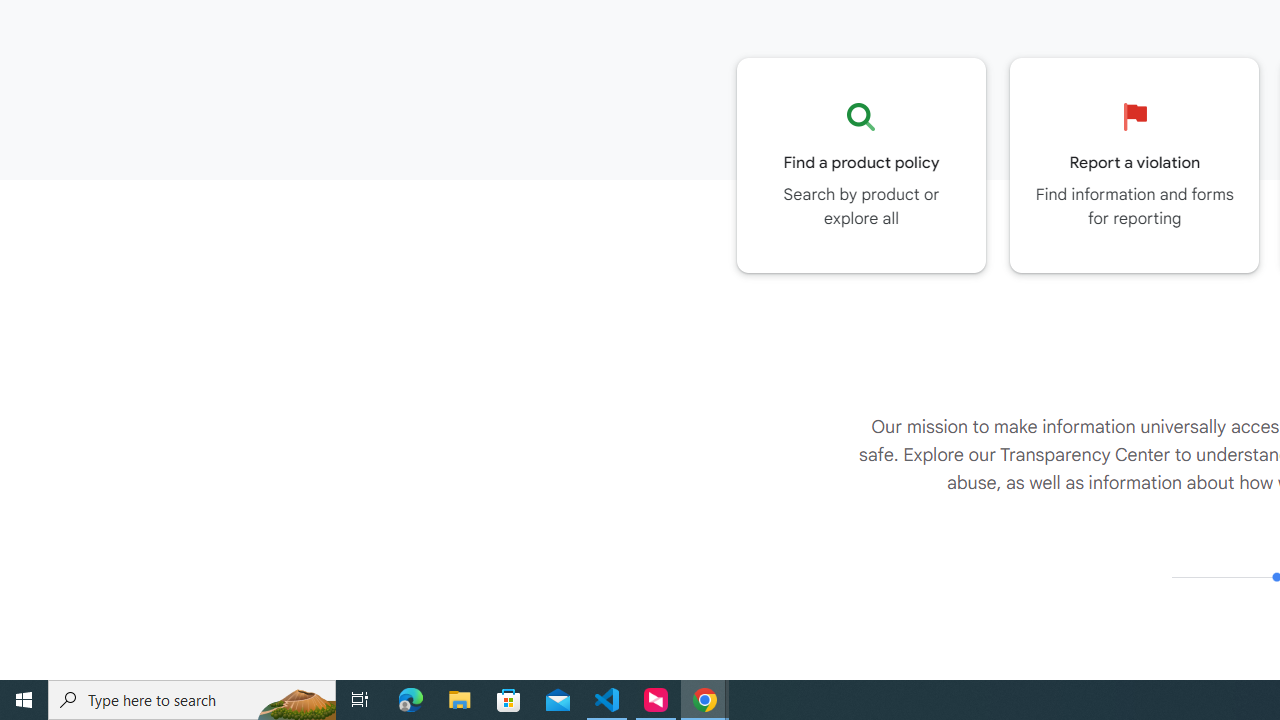 The image size is (1280, 720). What do you see at coordinates (1134, 164) in the screenshot?
I see `'Go to the Reporting and appeals page'` at bounding box center [1134, 164].